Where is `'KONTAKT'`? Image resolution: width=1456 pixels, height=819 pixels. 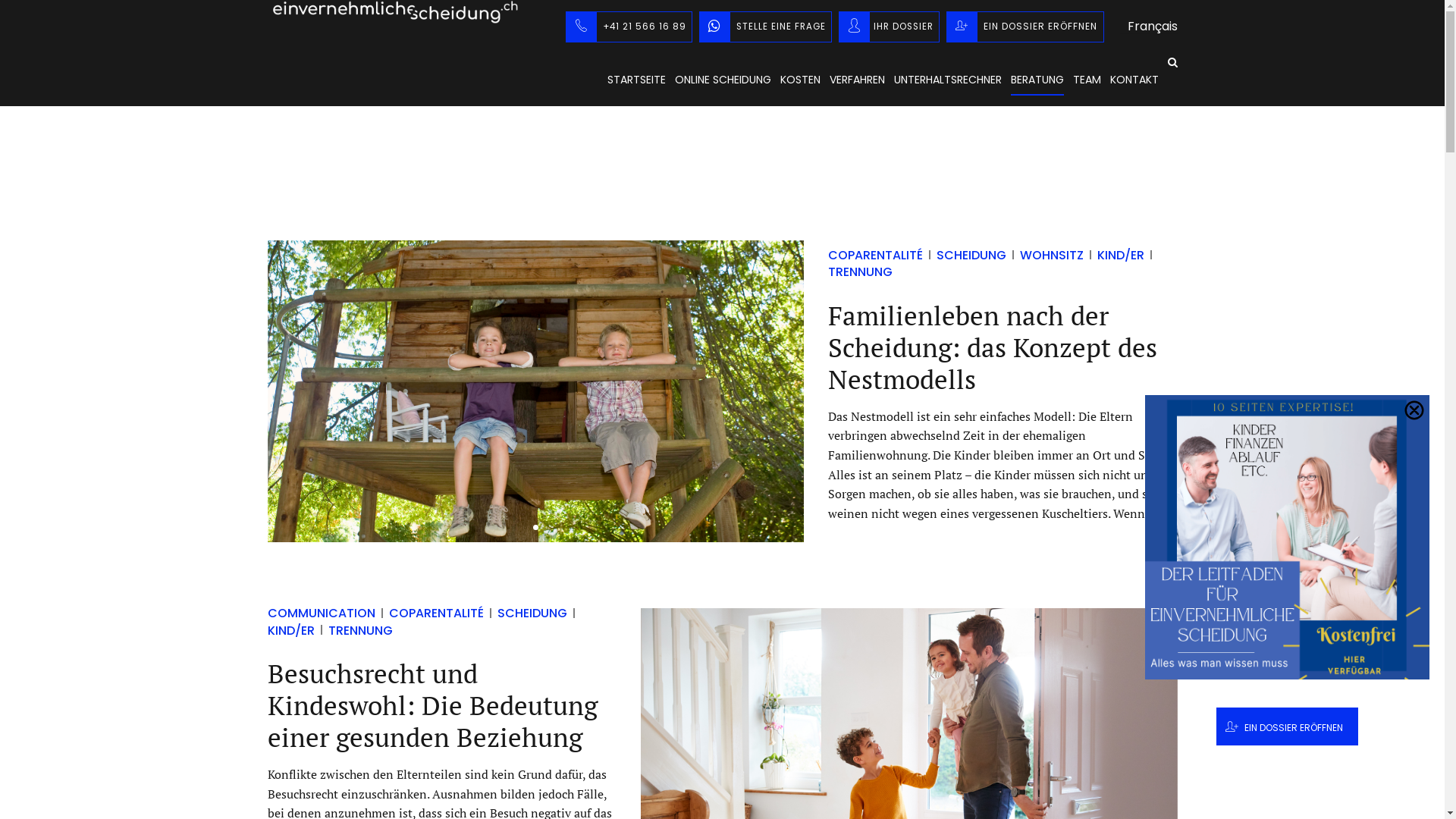
'KONTAKT' is located at coordinates (1134, 79).